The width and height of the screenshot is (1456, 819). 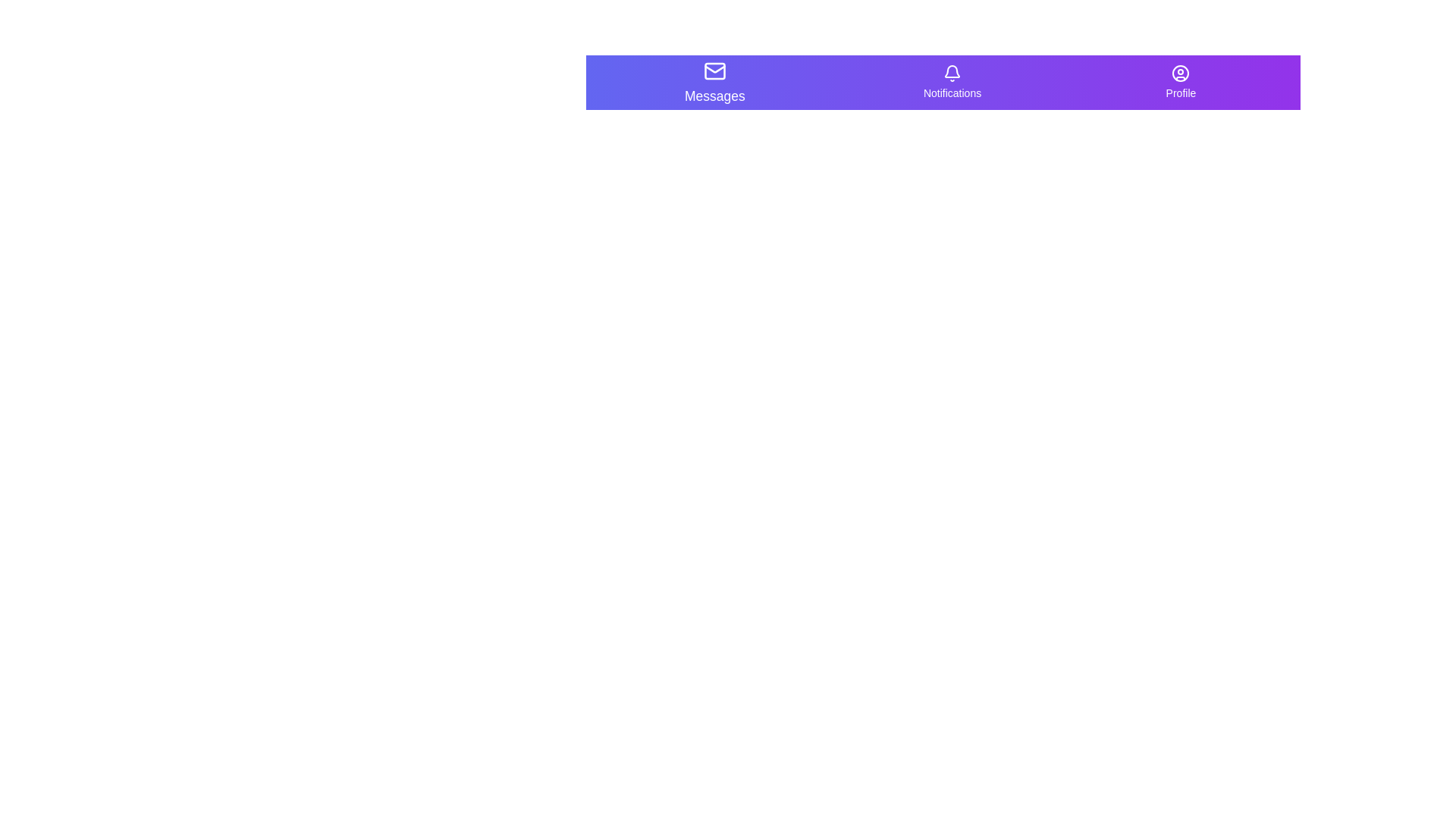 I want to click on the navigation item labeled Notifications to select it, so click(x=952, y=82).